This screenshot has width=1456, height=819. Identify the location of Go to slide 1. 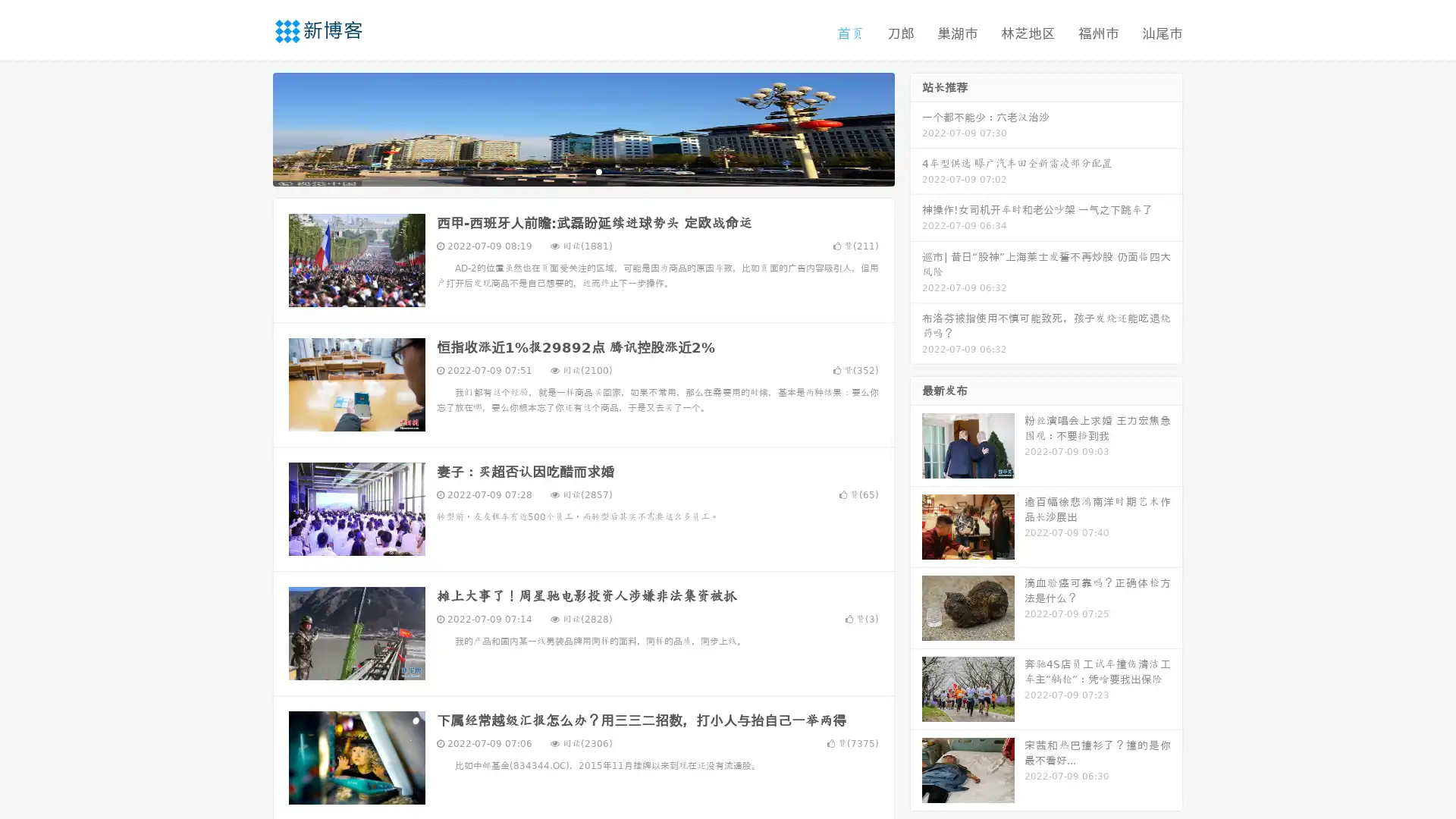
(567, 171).